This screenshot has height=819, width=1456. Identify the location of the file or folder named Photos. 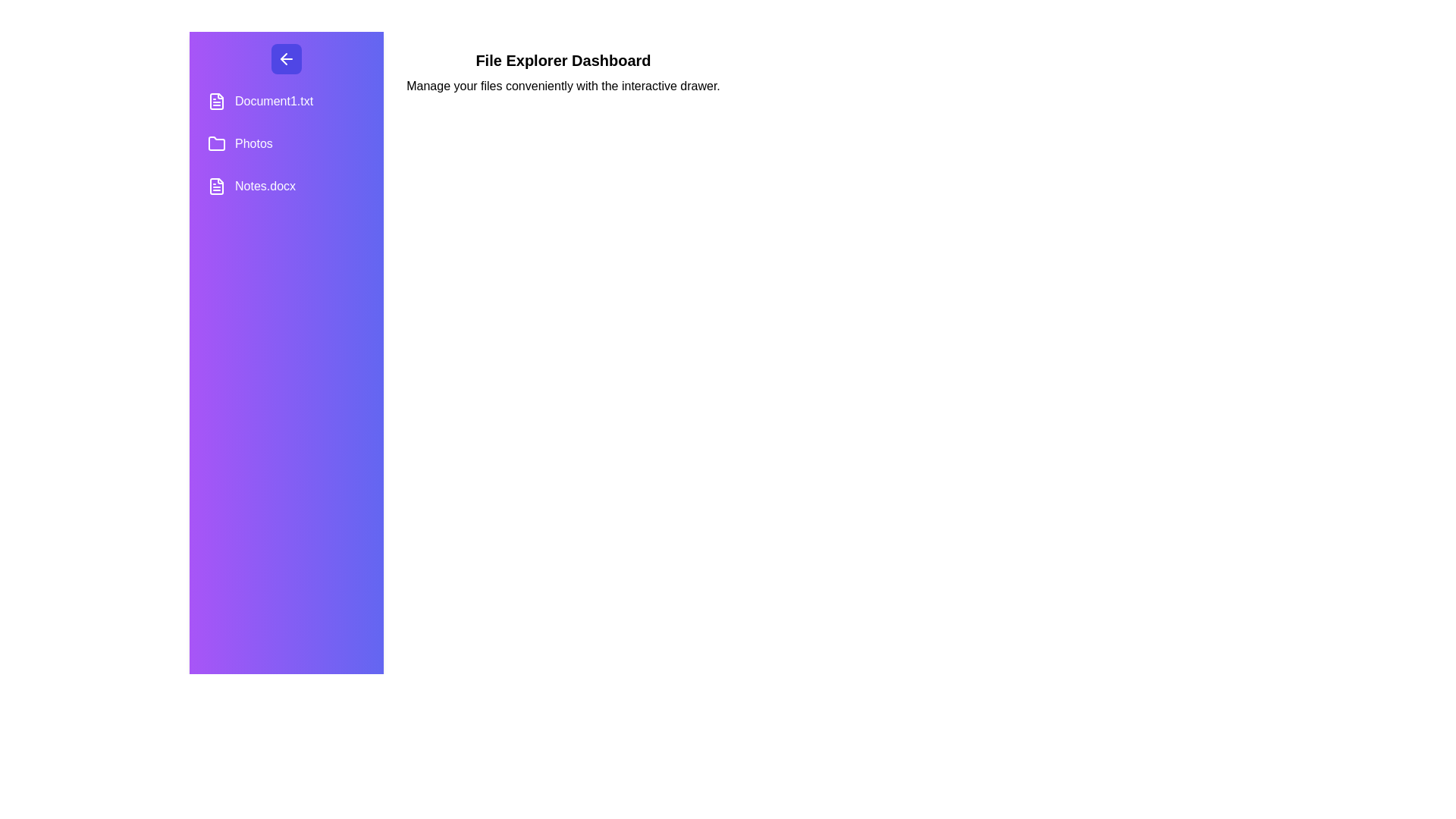
(287, 143).